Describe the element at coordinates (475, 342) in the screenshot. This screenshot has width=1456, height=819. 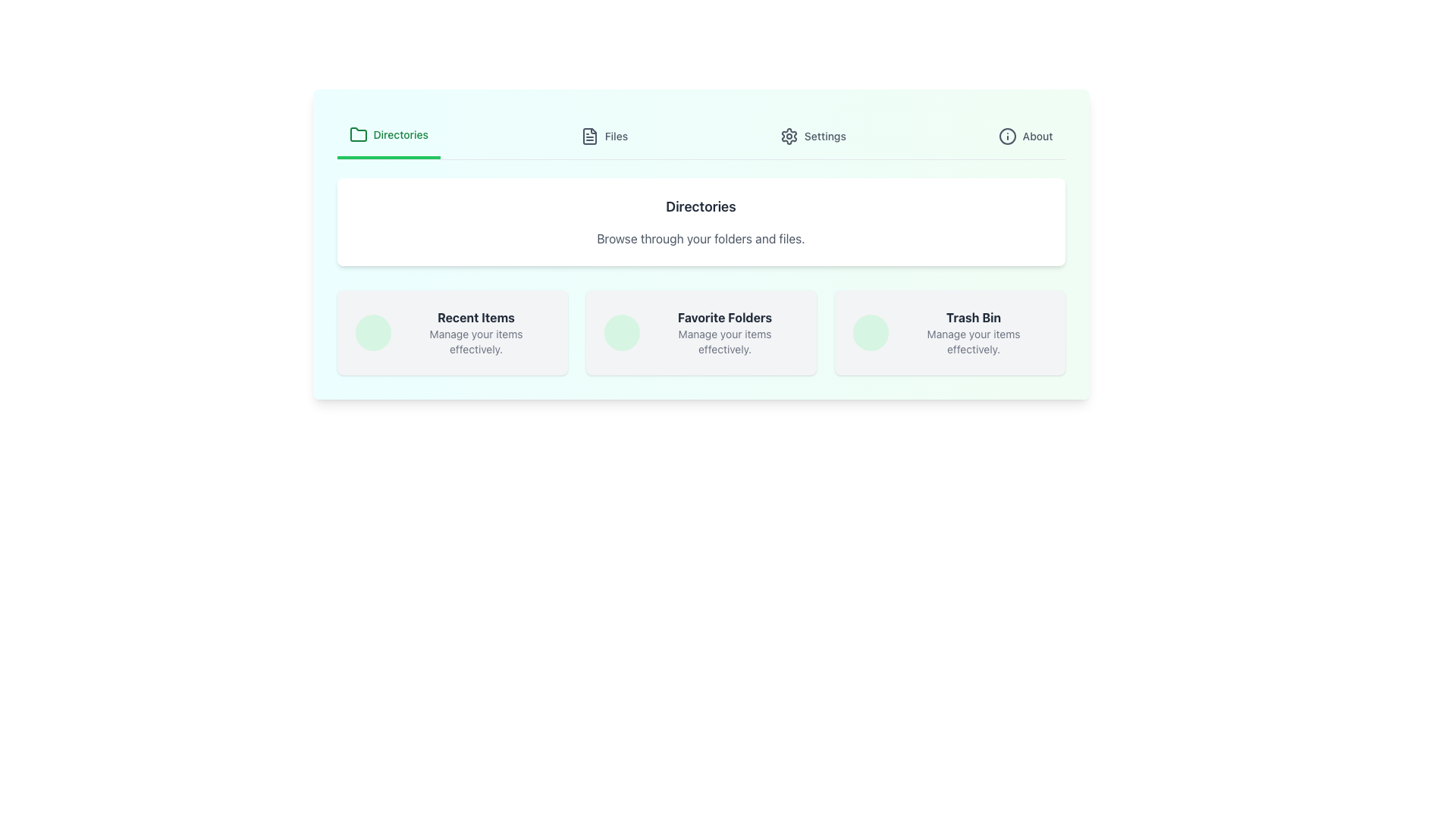
I see `the text element displaying 'Manage your items effectively.' which is located below the 'Recent Items' title in its card` at that location.